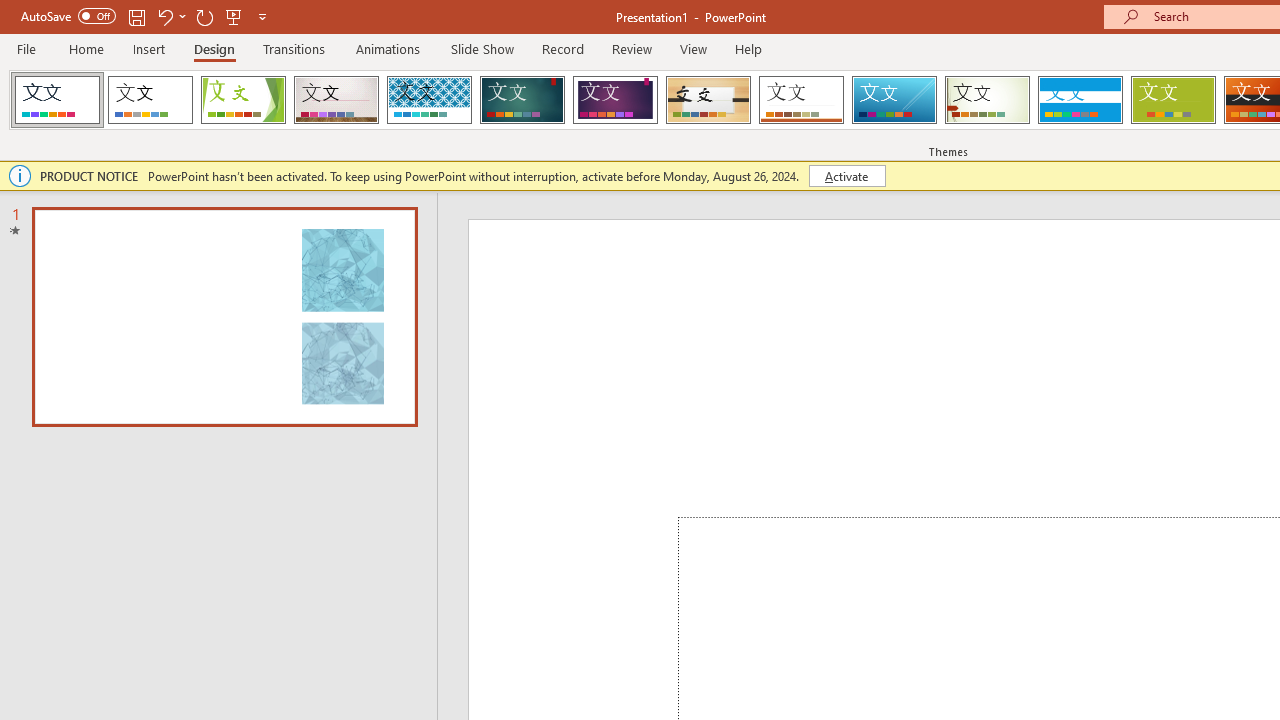 This screenshot has height=720, width=1280. Describe the element at coordinates (135, 16) in the screenshot. I see `'Save'` at that location.